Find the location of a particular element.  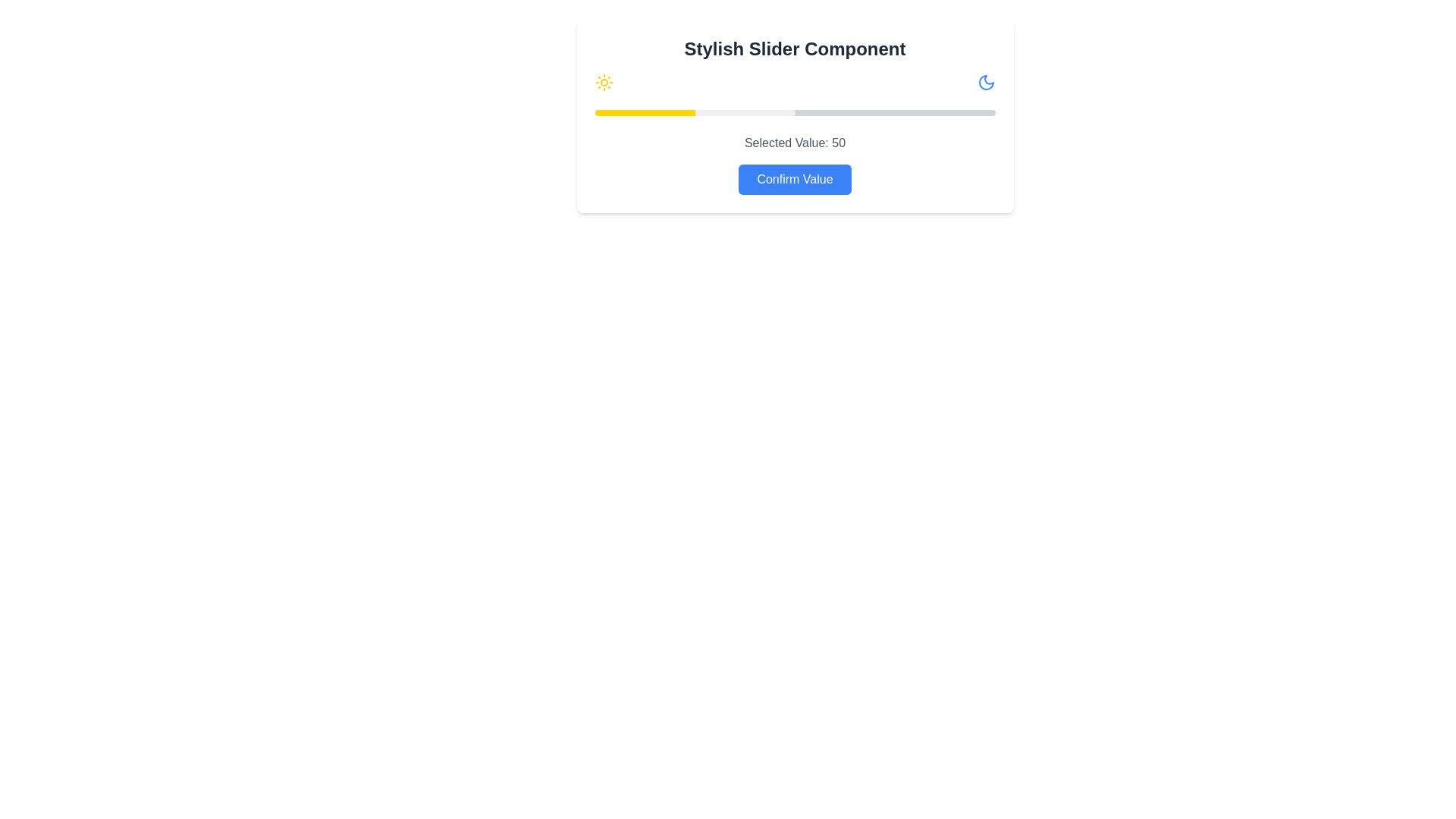

the slider handle to set the value to 7 is located at coordinates (623, 112).